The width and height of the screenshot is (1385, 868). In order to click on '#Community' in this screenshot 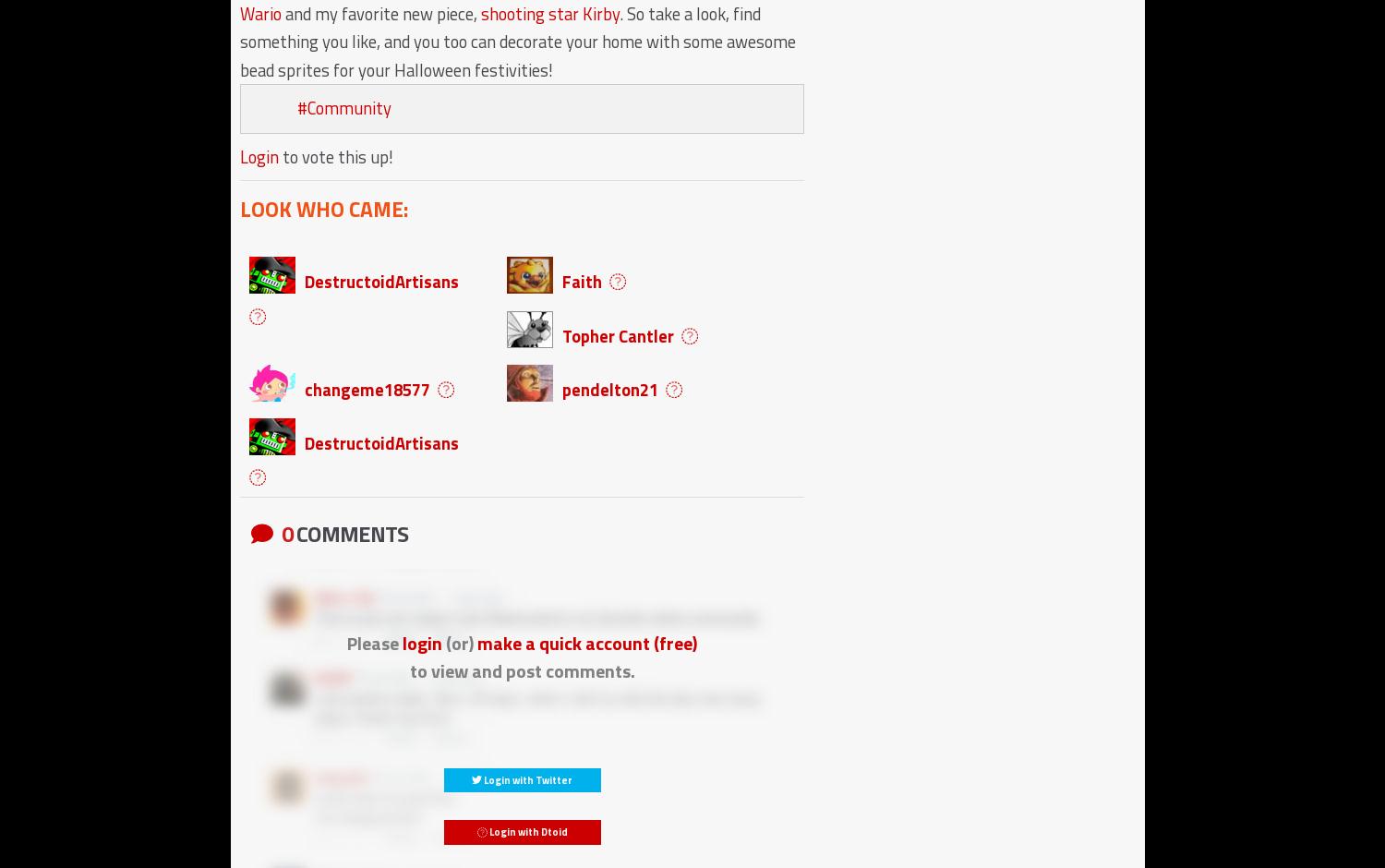, I will do `click(343, 108)`.